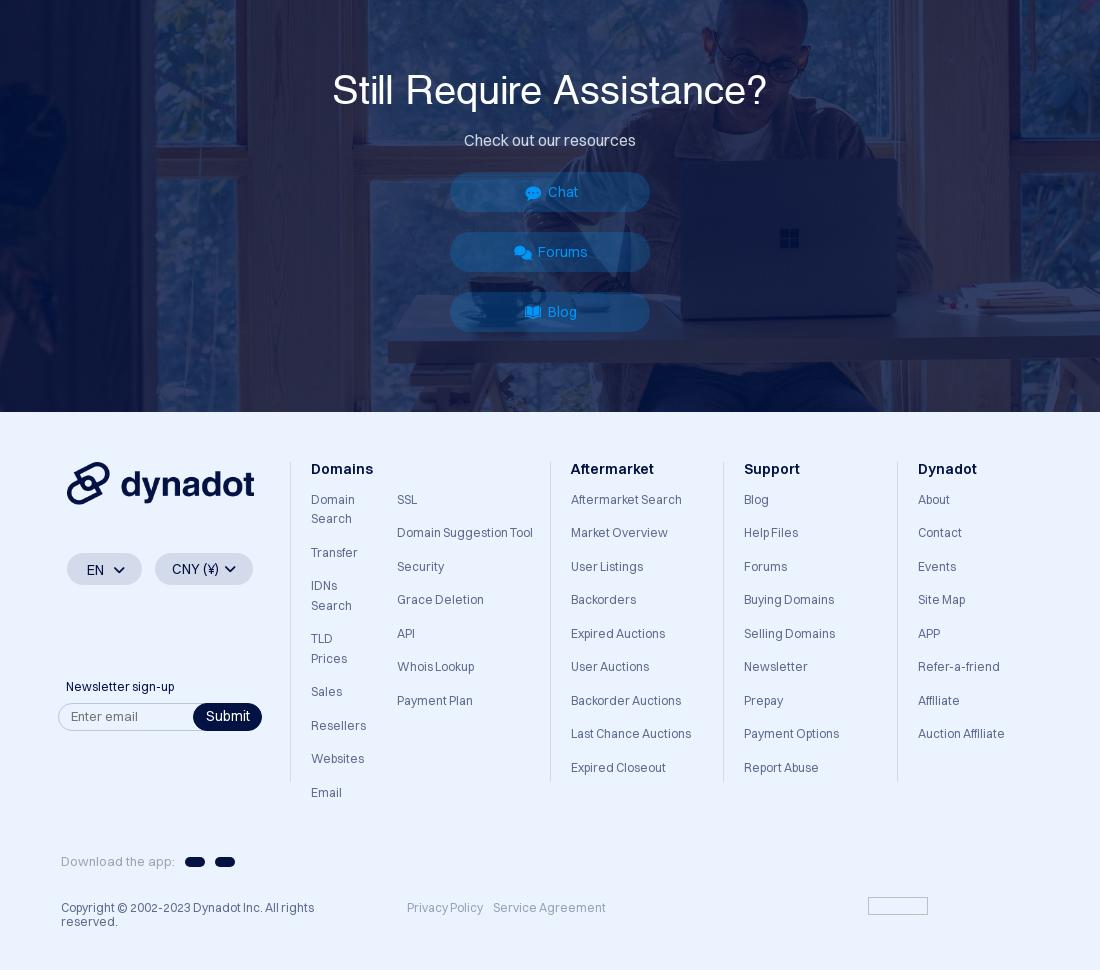 Image resolution: width=1100 pixels, height=970 pixels. Describe the element at coordinates (629, 732) in the screenshot. I see `'Last Chance Auctions'` at that location.